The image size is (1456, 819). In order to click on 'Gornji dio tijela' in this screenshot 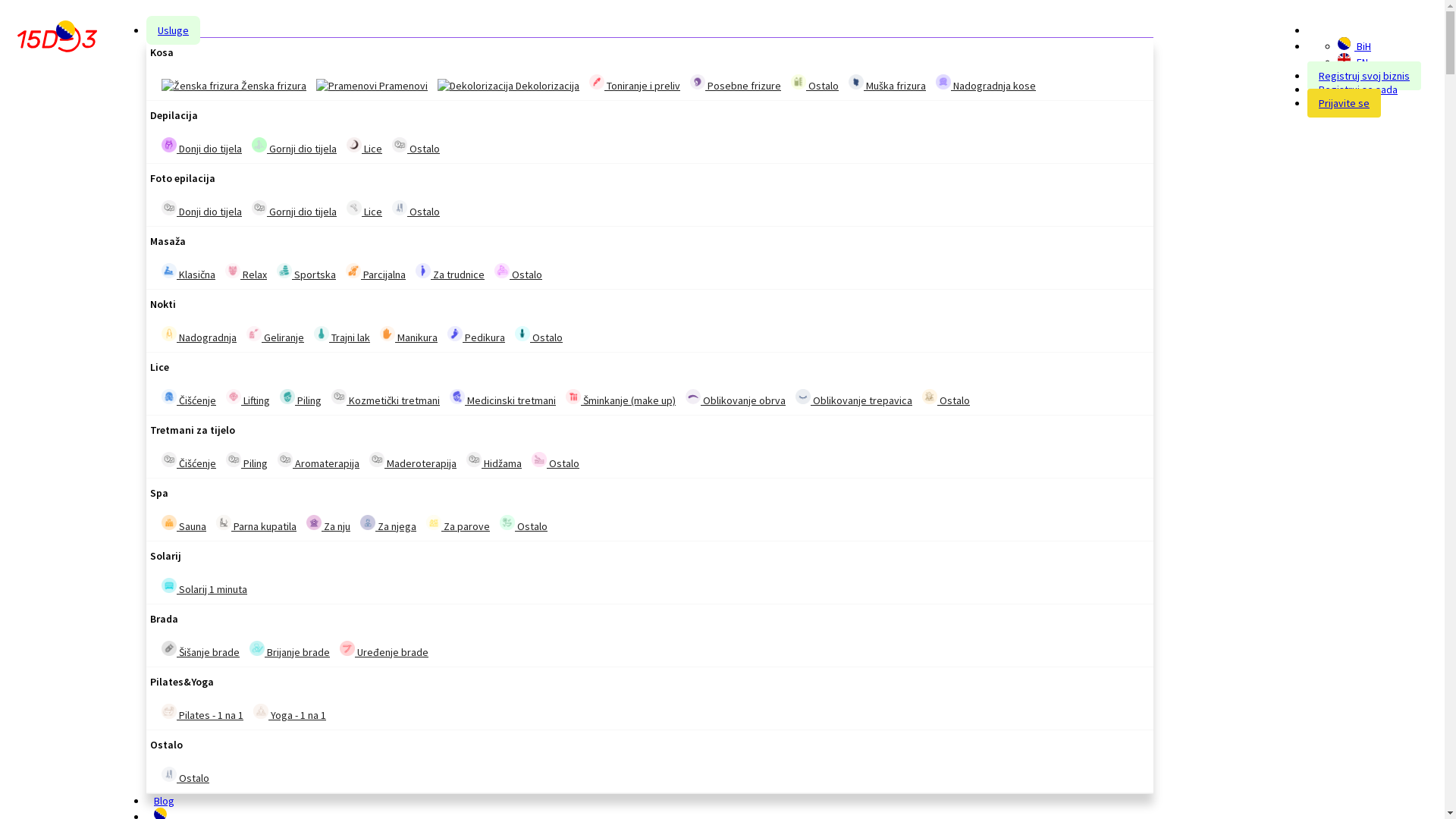, I will do `click(247, 146)`.